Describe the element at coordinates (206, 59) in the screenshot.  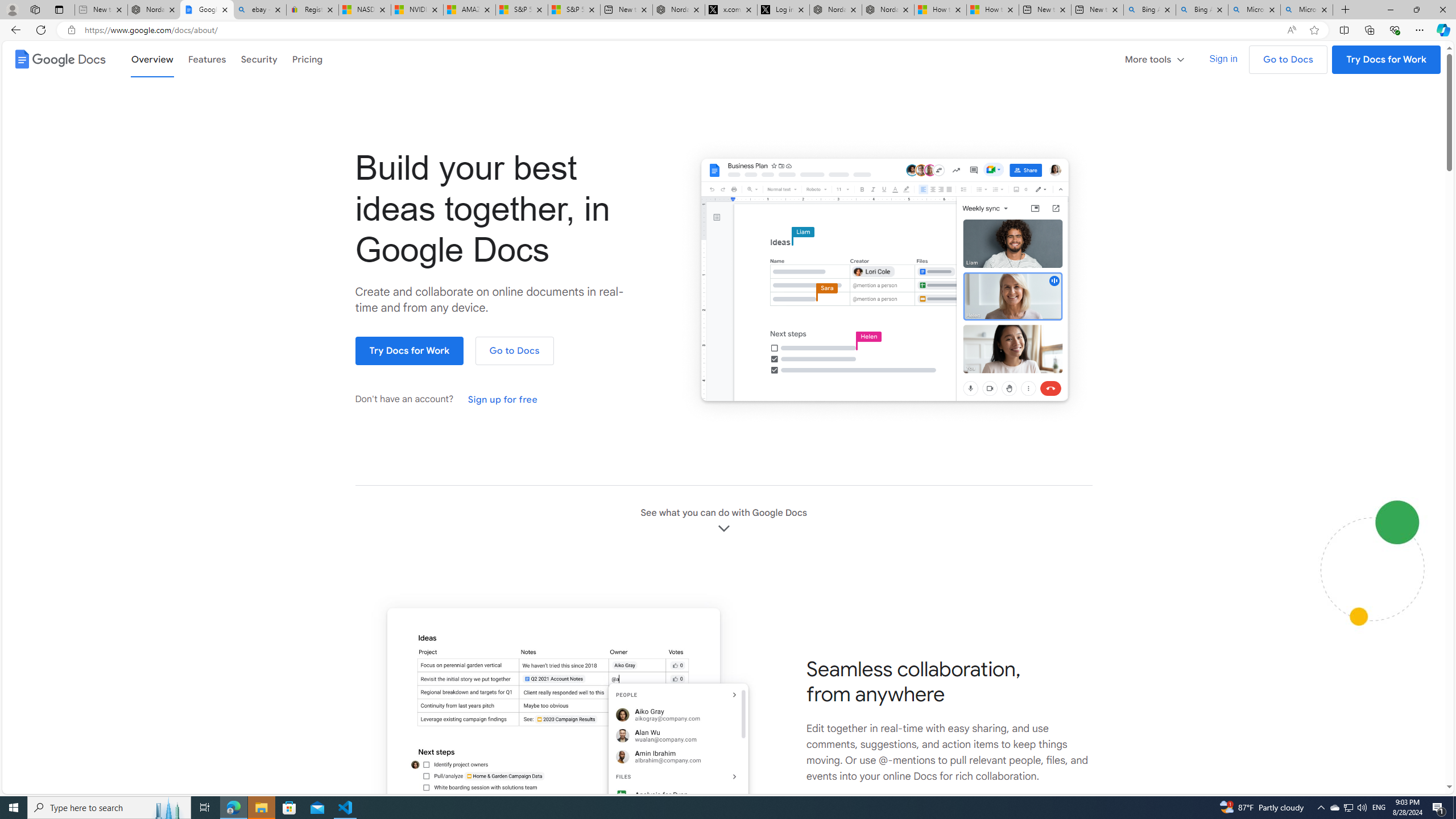
I see `'Features'` at that location.